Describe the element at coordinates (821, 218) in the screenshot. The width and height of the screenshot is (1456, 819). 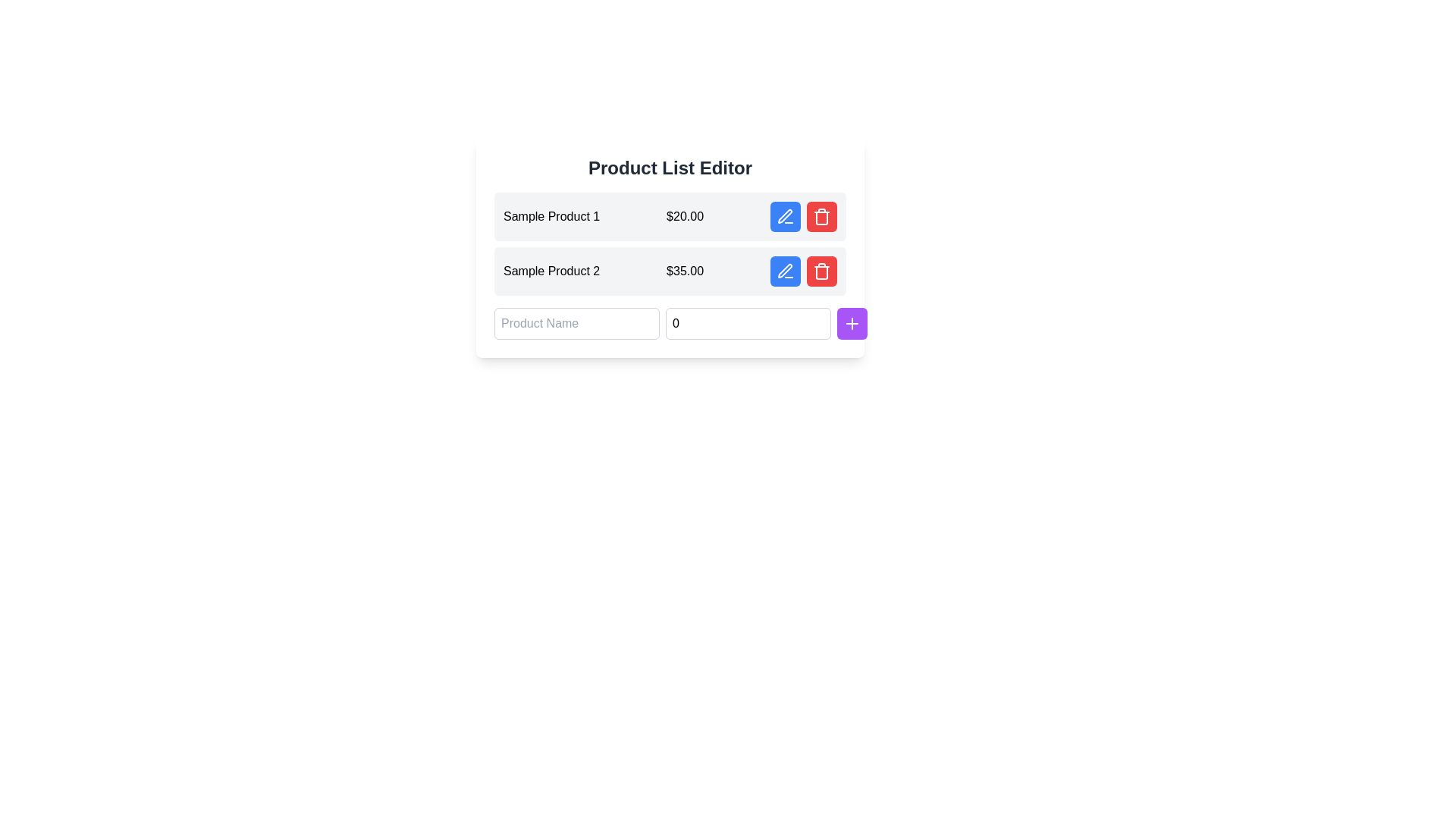
I see `the trash bin icon, which represents the delete function for the associated product entry, located towards the right end of the product entry row` at that location.